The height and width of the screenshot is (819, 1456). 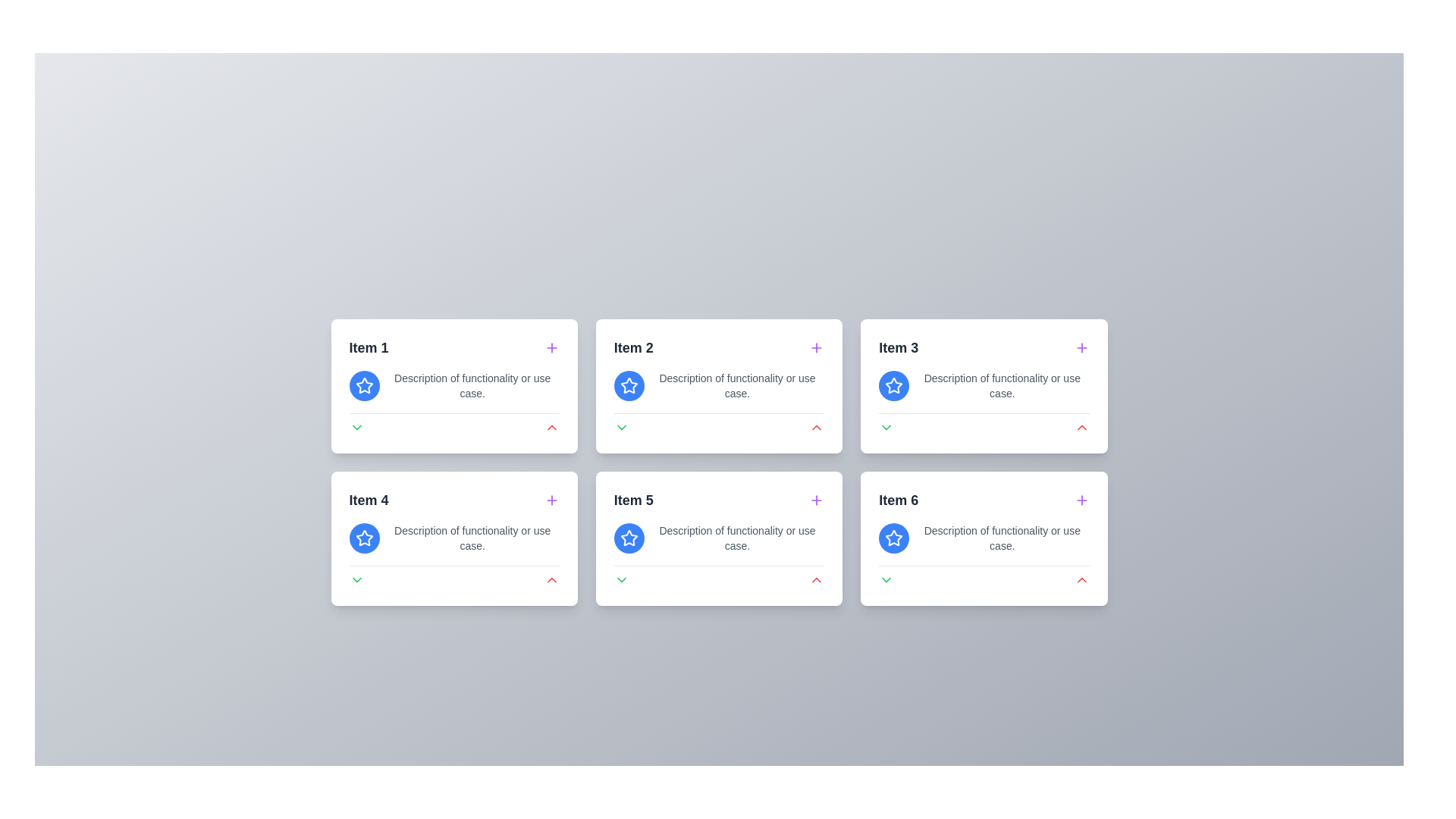 I want to click on the purple-colored plus symbol button, so click(x=816, y=500).